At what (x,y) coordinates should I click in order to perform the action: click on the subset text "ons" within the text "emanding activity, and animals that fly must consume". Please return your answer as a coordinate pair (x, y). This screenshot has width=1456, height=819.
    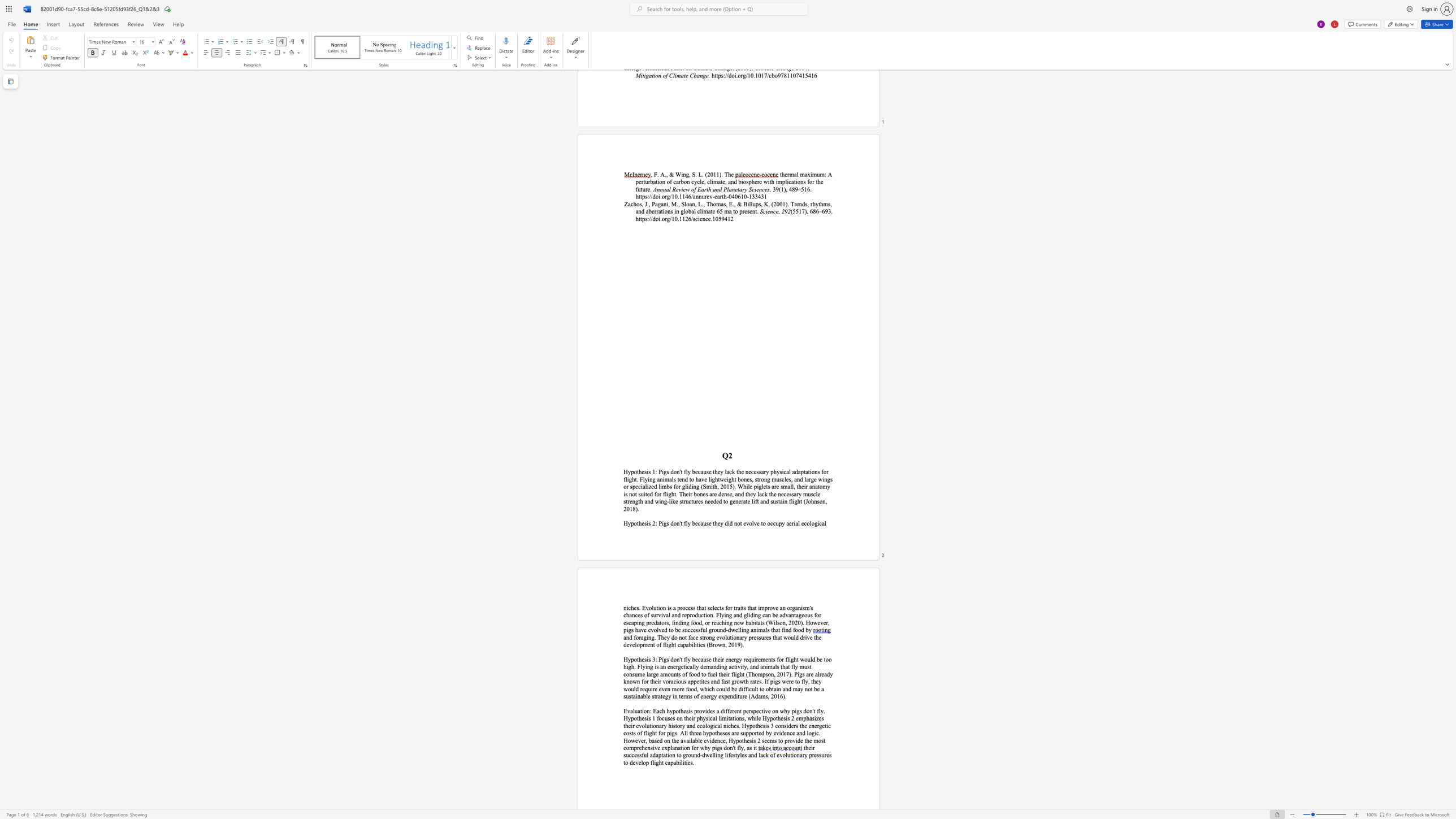
    Looking at the image, I should click on (626, 673).